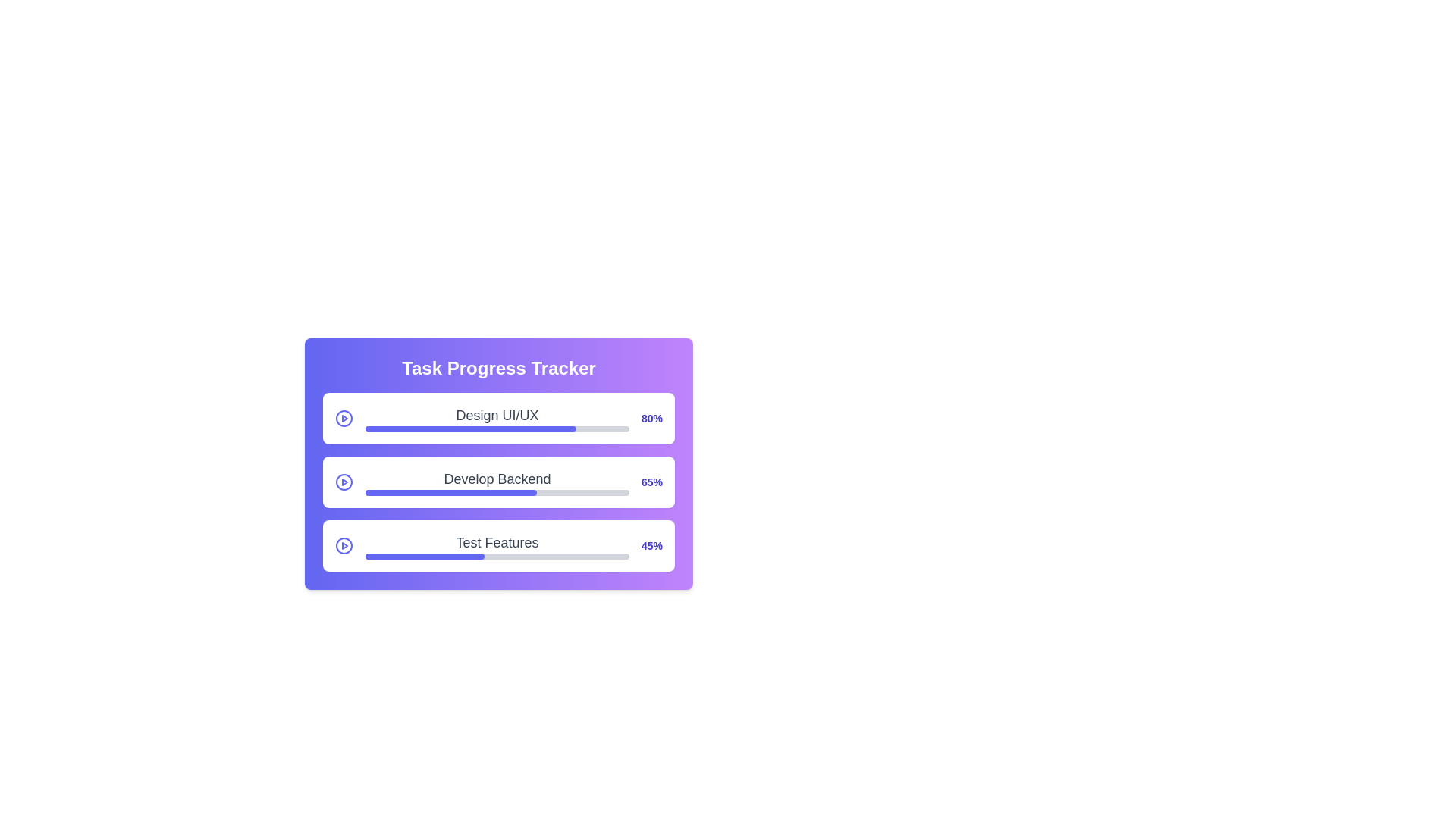  What do you see at coordinates (497, 482) in the screenshot?
I see `the 'Develop Backend' label which displays the progress of 65% in a task tracker interface` at bounding box center [497, 482].